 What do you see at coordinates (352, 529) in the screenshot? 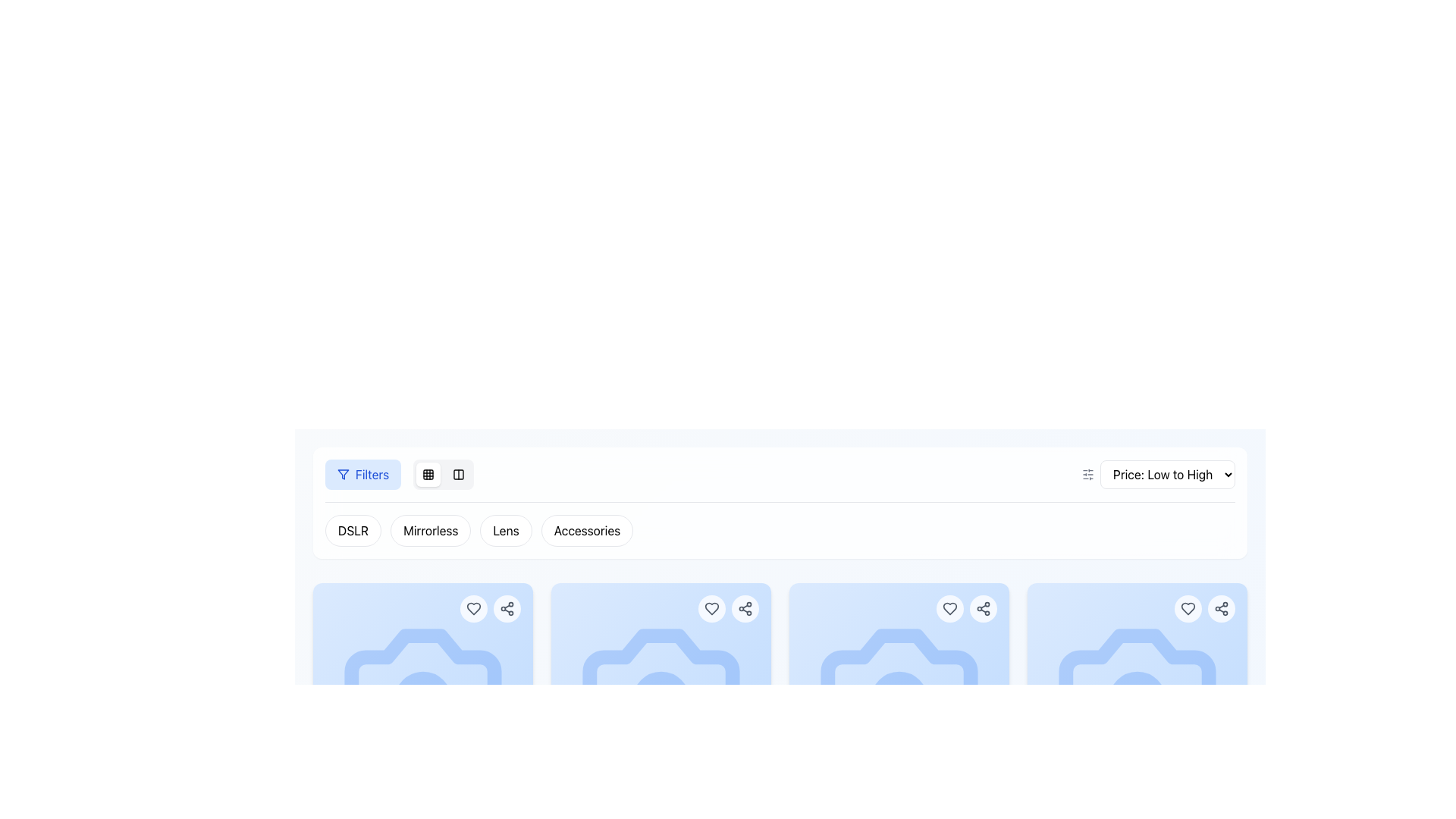
I see `the pill-shaped button labeled 'DSLR'` at bounding box center [352, 529].